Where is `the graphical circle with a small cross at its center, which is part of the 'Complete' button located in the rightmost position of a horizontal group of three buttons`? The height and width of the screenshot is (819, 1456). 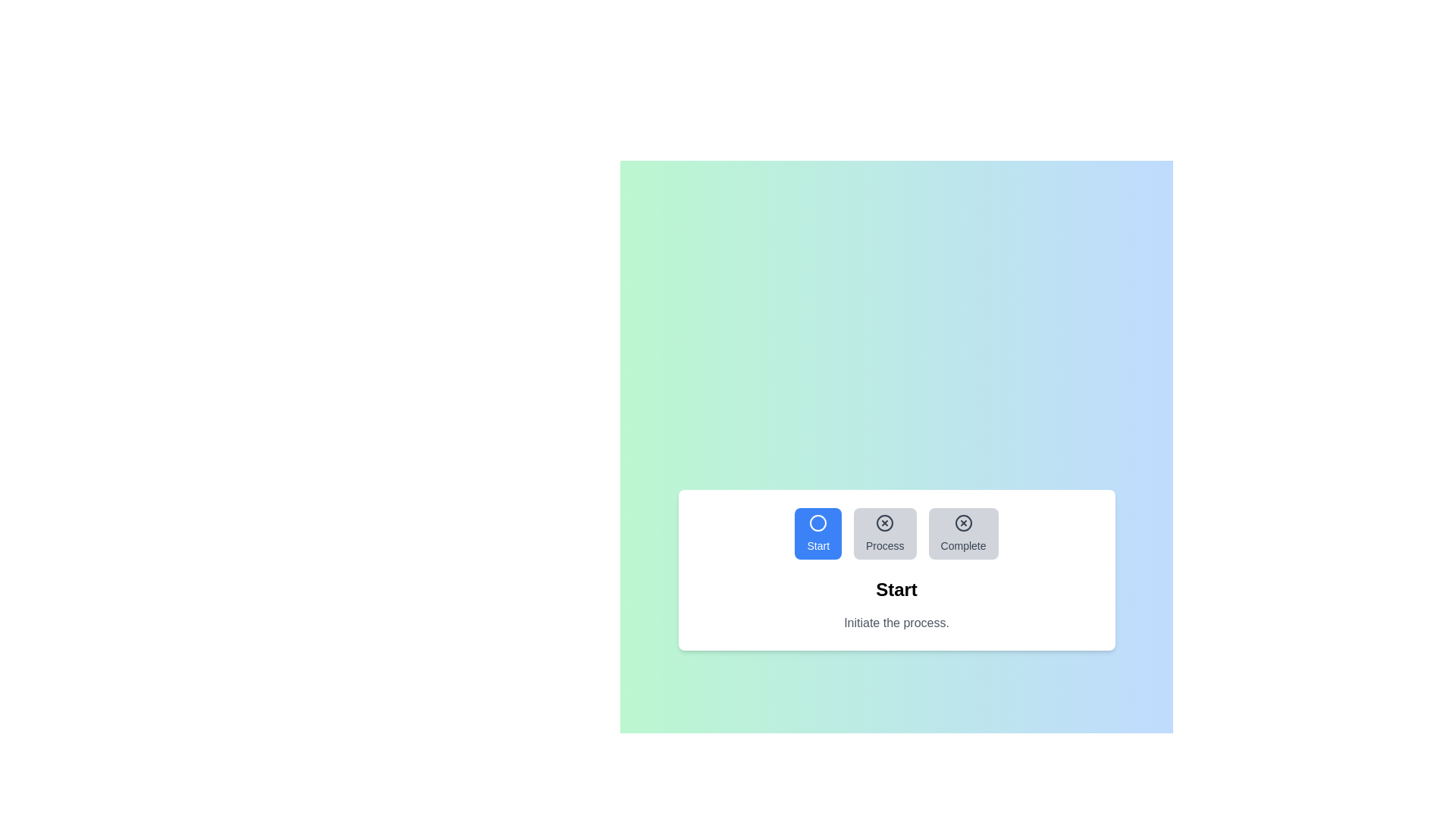
the graphical circle with a small cross at its center, which is part of the 'Complete' button located in the rightmost position of a horizontal group of three buttons is located at coordinates (962, 522).